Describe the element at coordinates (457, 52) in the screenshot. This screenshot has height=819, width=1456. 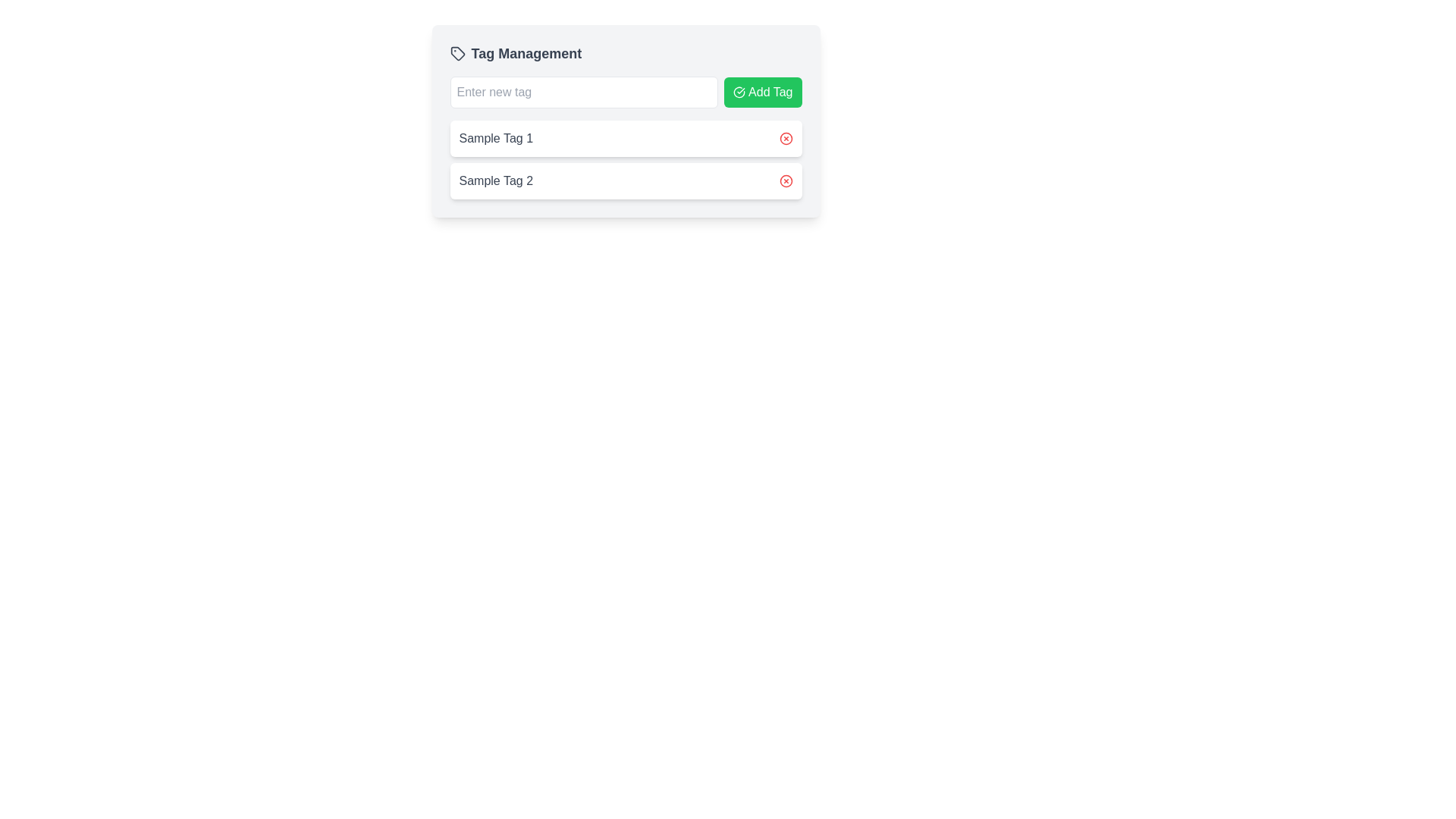
I see `the tag icon located to the left of the 'Tag Management' heading, which is outlined in a thin black line and features a small filled circle at the top left` at that location.